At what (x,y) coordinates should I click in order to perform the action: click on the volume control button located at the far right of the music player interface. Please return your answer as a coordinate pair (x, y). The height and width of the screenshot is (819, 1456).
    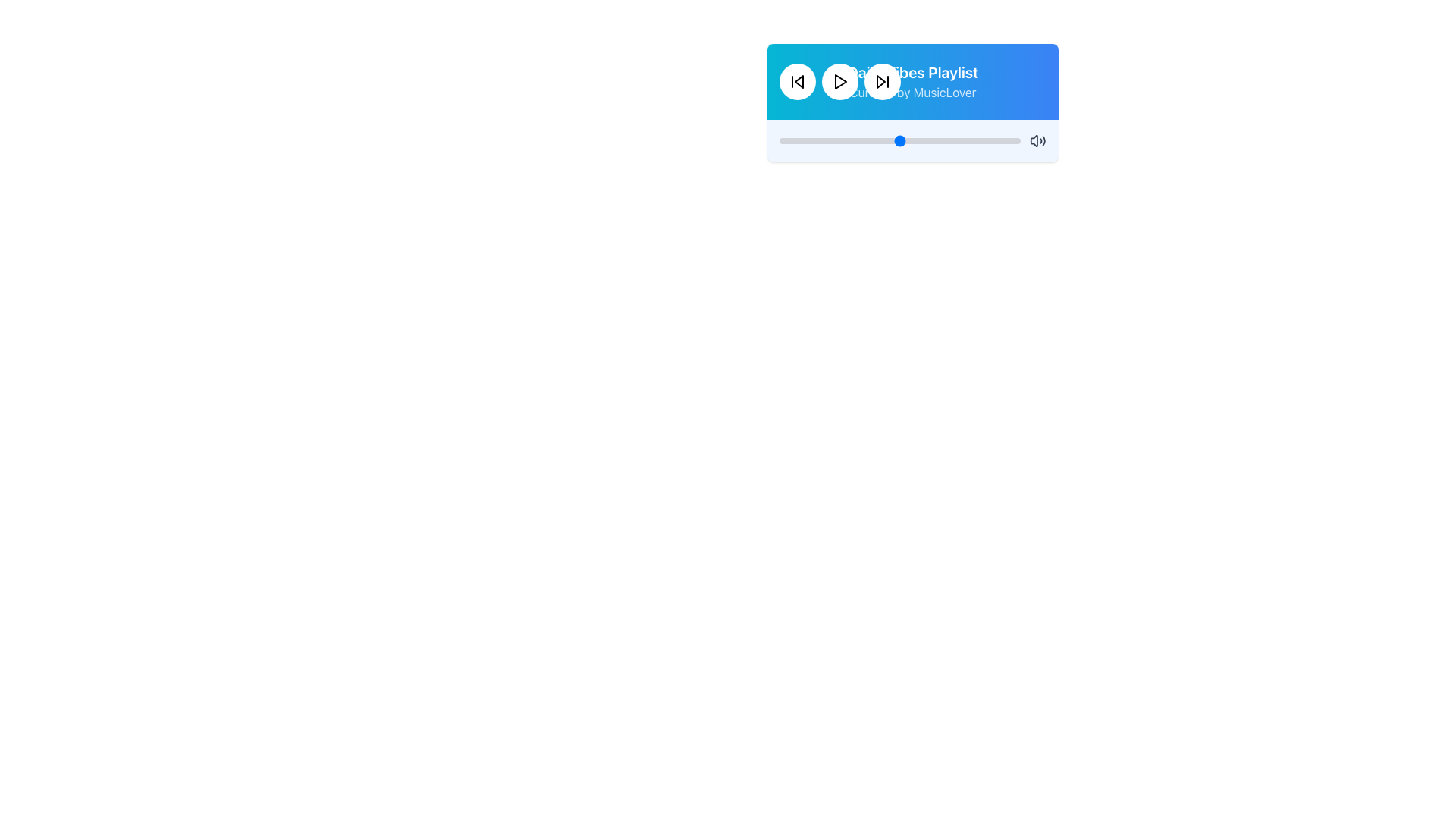
    Looking at the image, I should click on (1037, 140).